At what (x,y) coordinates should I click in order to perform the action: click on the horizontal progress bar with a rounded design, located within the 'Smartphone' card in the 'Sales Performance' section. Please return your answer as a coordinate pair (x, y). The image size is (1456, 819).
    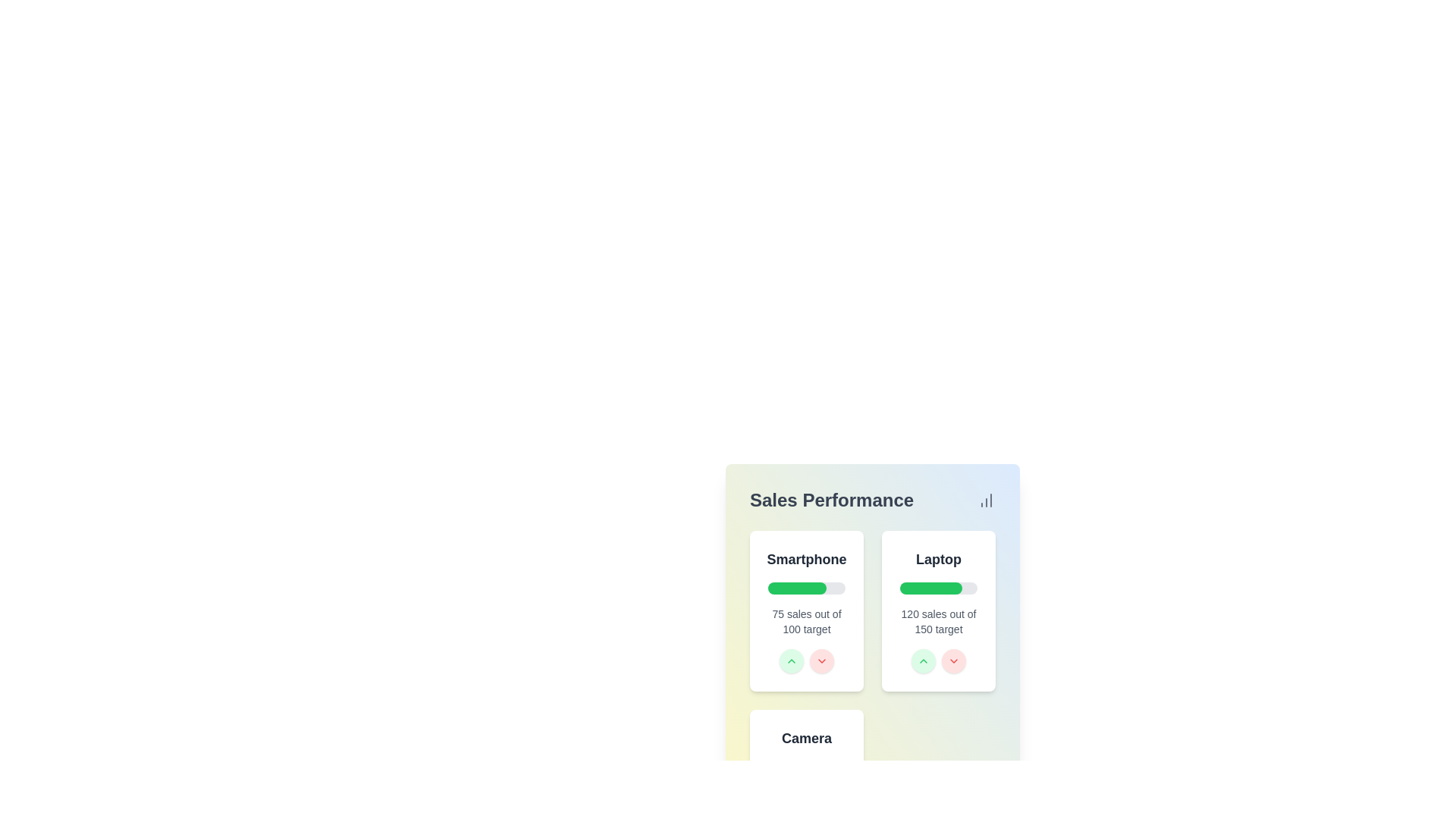
    Looking at the image, I should click on (806, 587).